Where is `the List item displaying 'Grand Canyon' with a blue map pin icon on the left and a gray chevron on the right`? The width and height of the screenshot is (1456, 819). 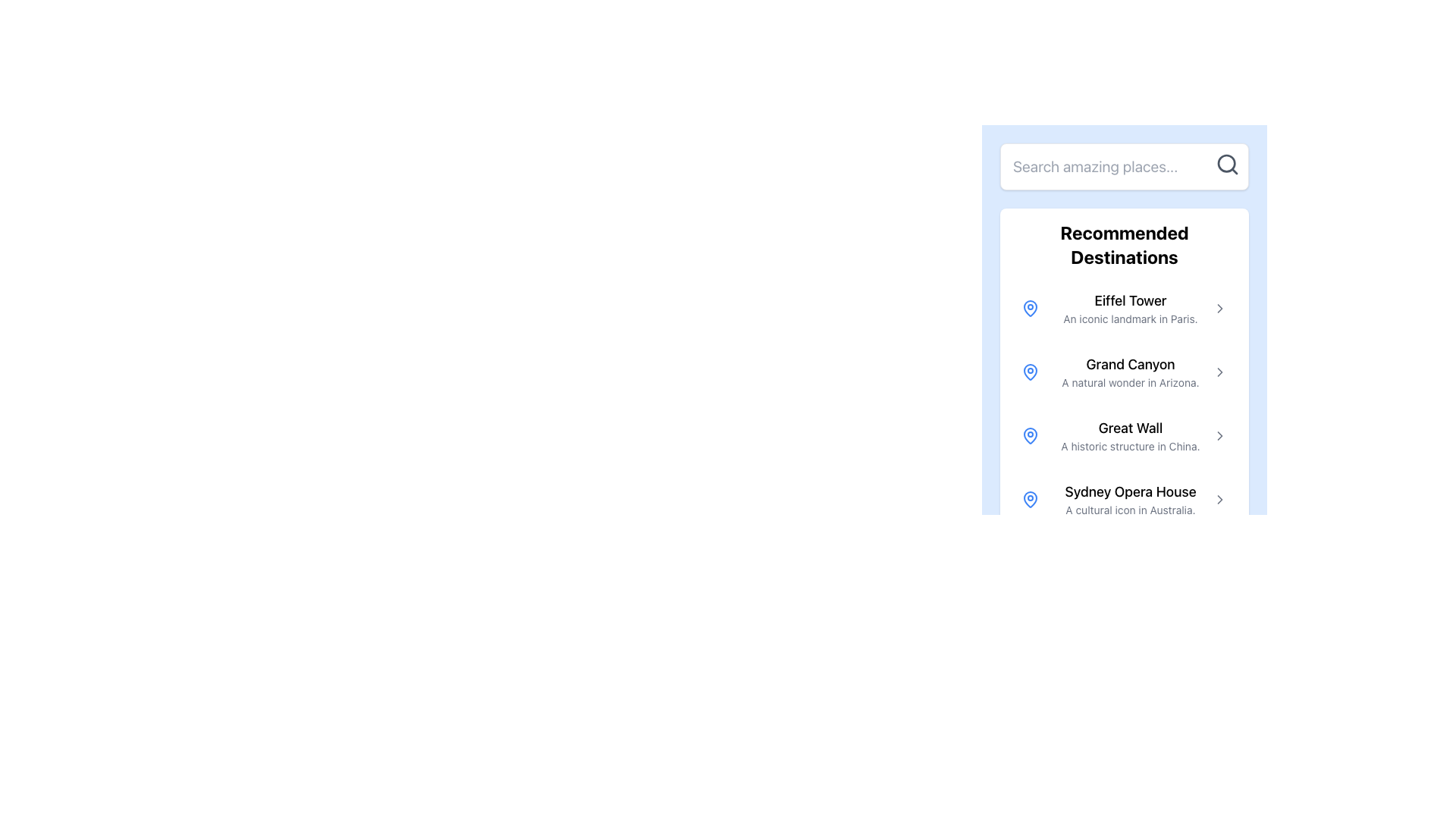 the List item displaying 'Grand Canyon' with a blue map pin icon on the left and a gray chevron on the right is located at coordinates (1125, 372).